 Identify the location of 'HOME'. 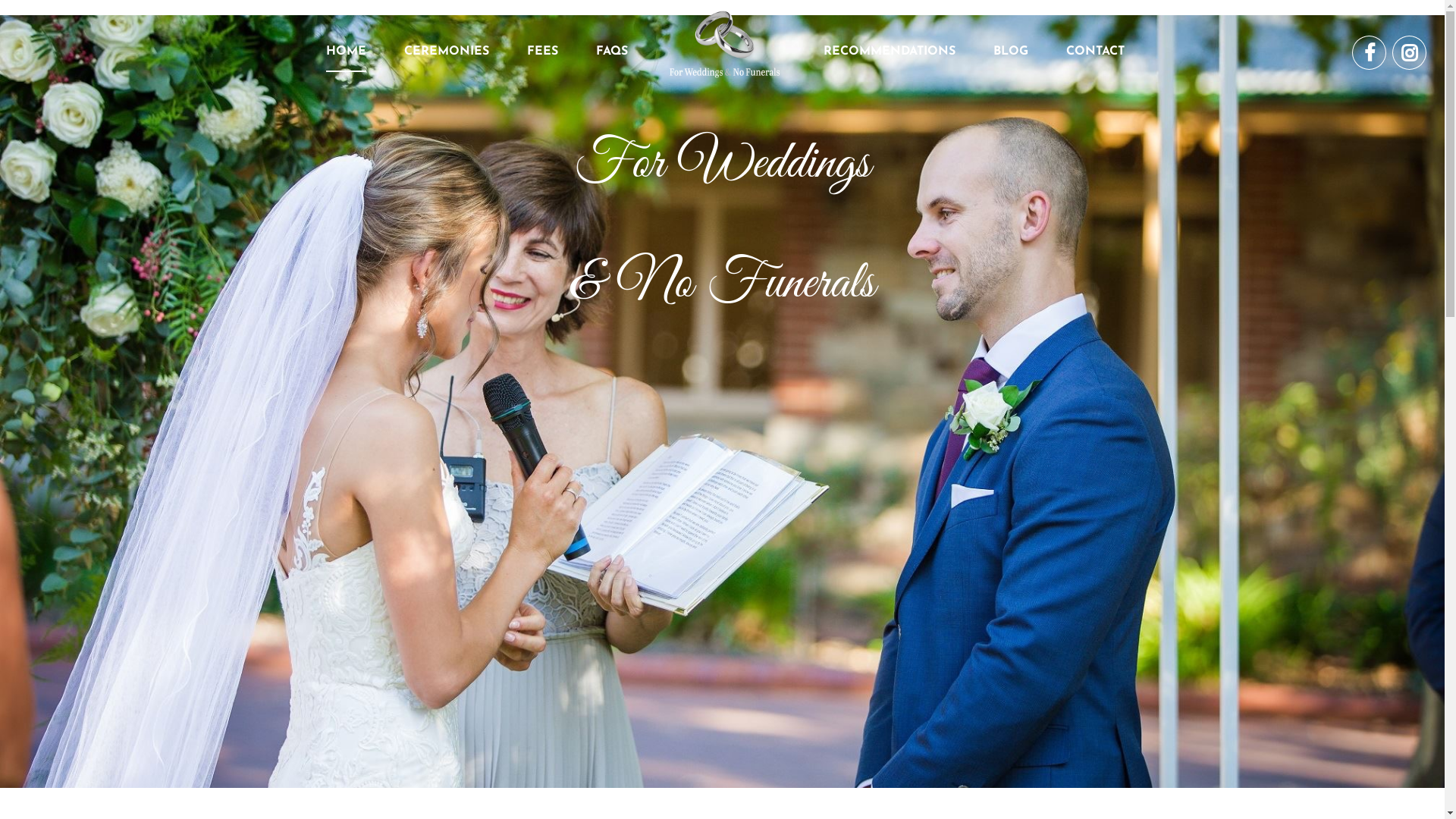
(325, 52).